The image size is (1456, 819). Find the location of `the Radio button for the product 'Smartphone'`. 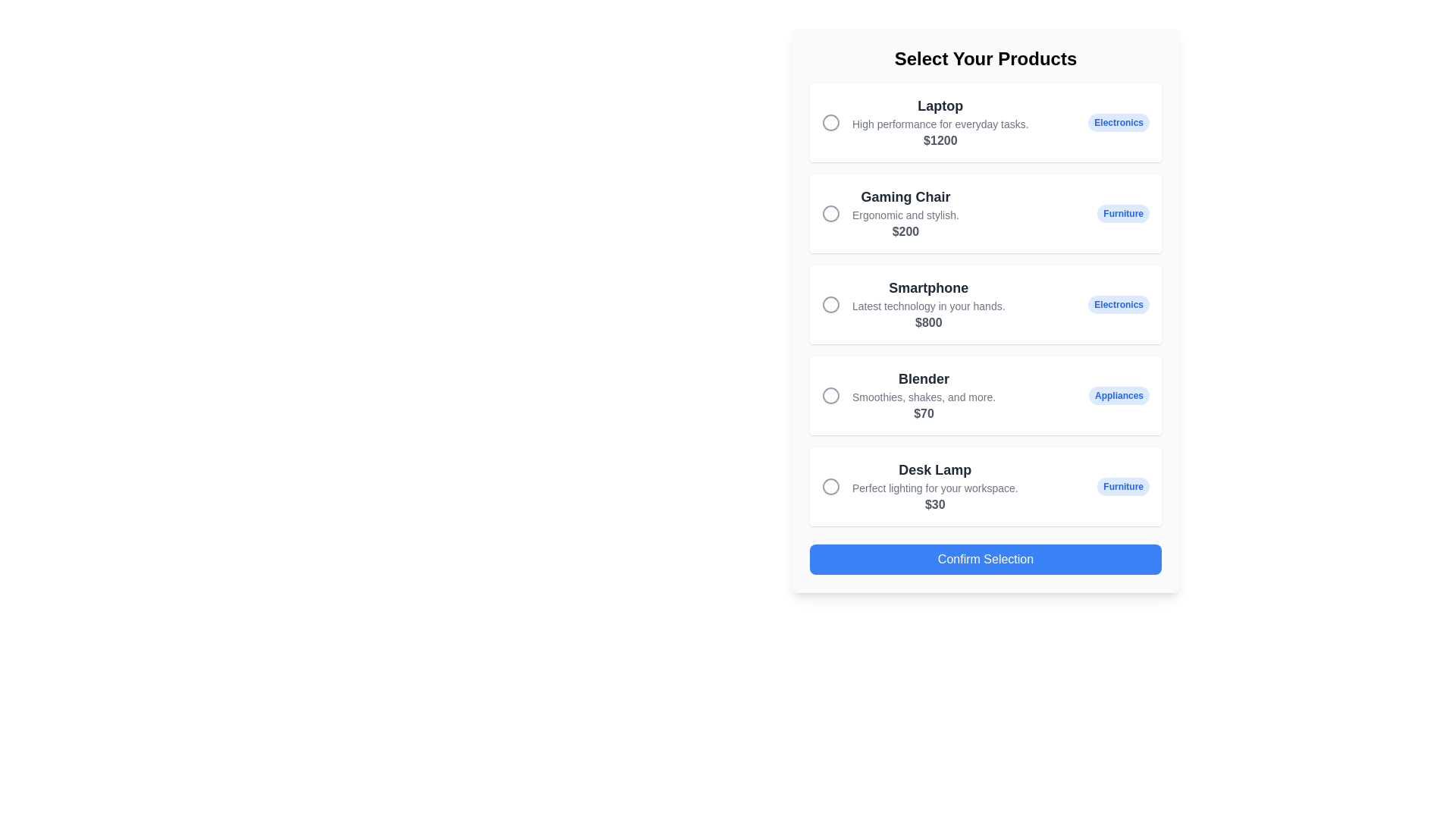

the Radio button for the product 'Smartphone' is located at coordinates (830, 304).